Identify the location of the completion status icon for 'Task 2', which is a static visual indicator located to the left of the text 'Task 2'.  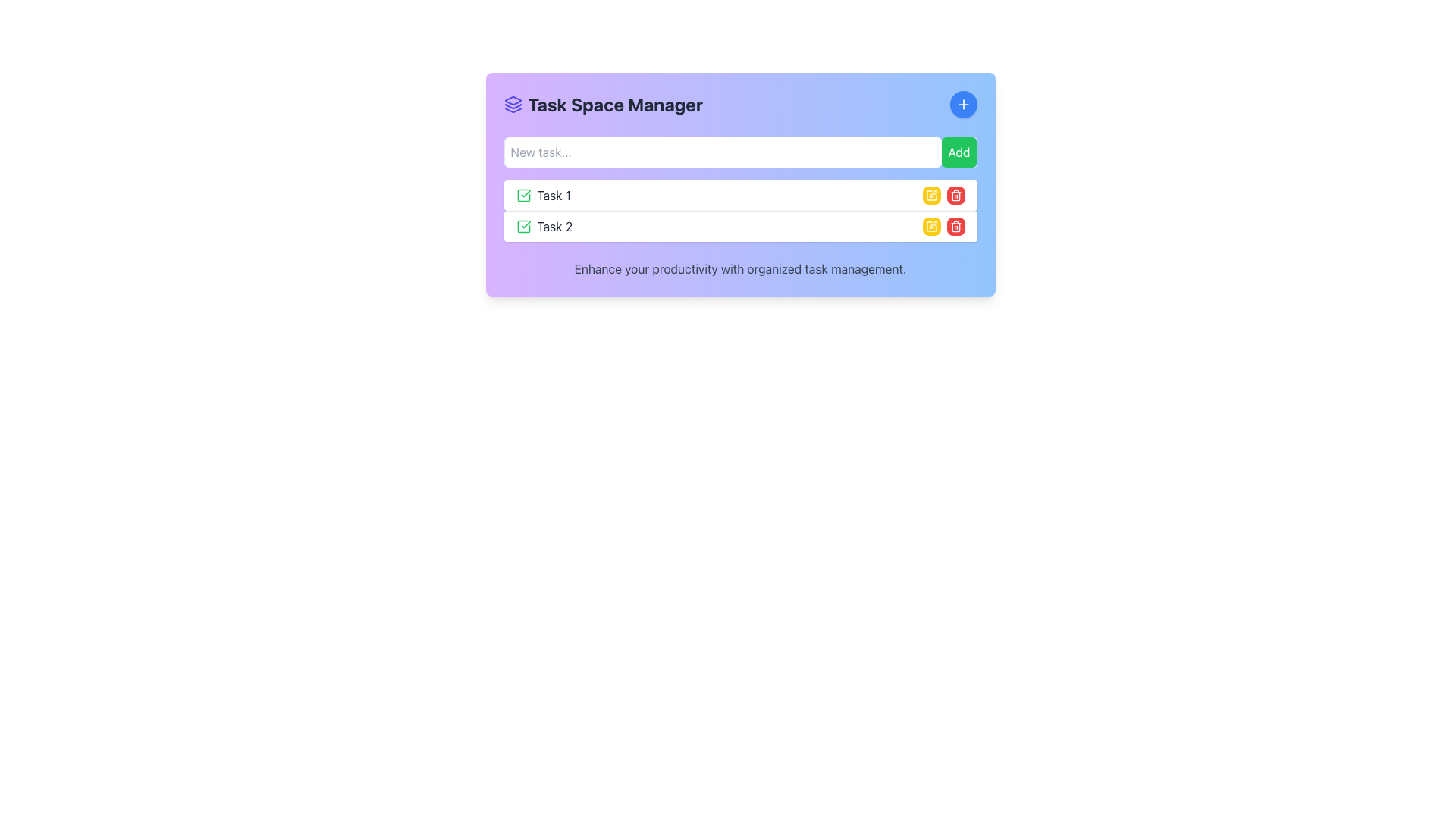
(523, 227).